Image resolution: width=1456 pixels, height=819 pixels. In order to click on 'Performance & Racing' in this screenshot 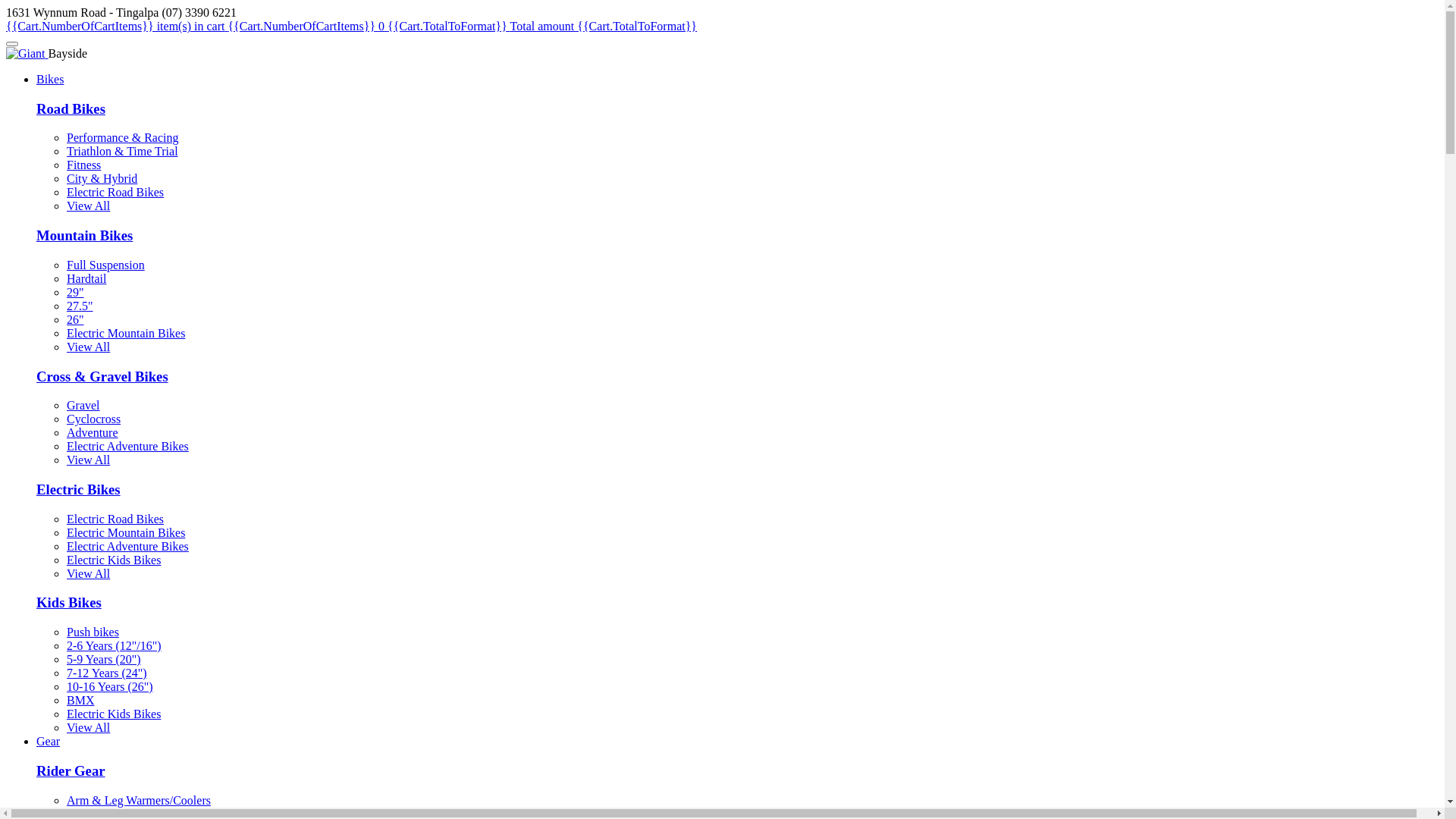, I will do `click(123, 137)`.